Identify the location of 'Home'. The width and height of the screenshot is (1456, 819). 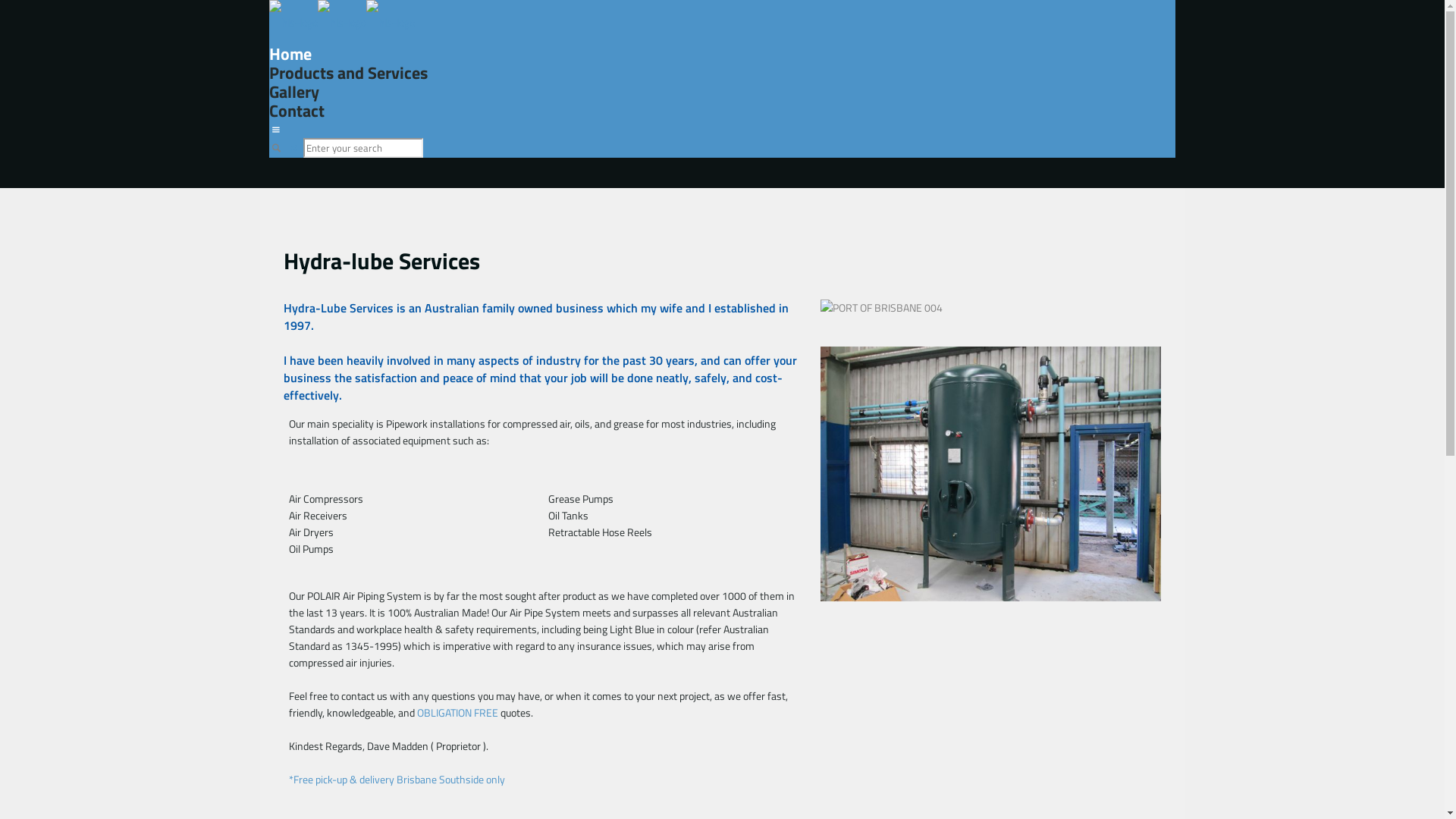
(290, 52).